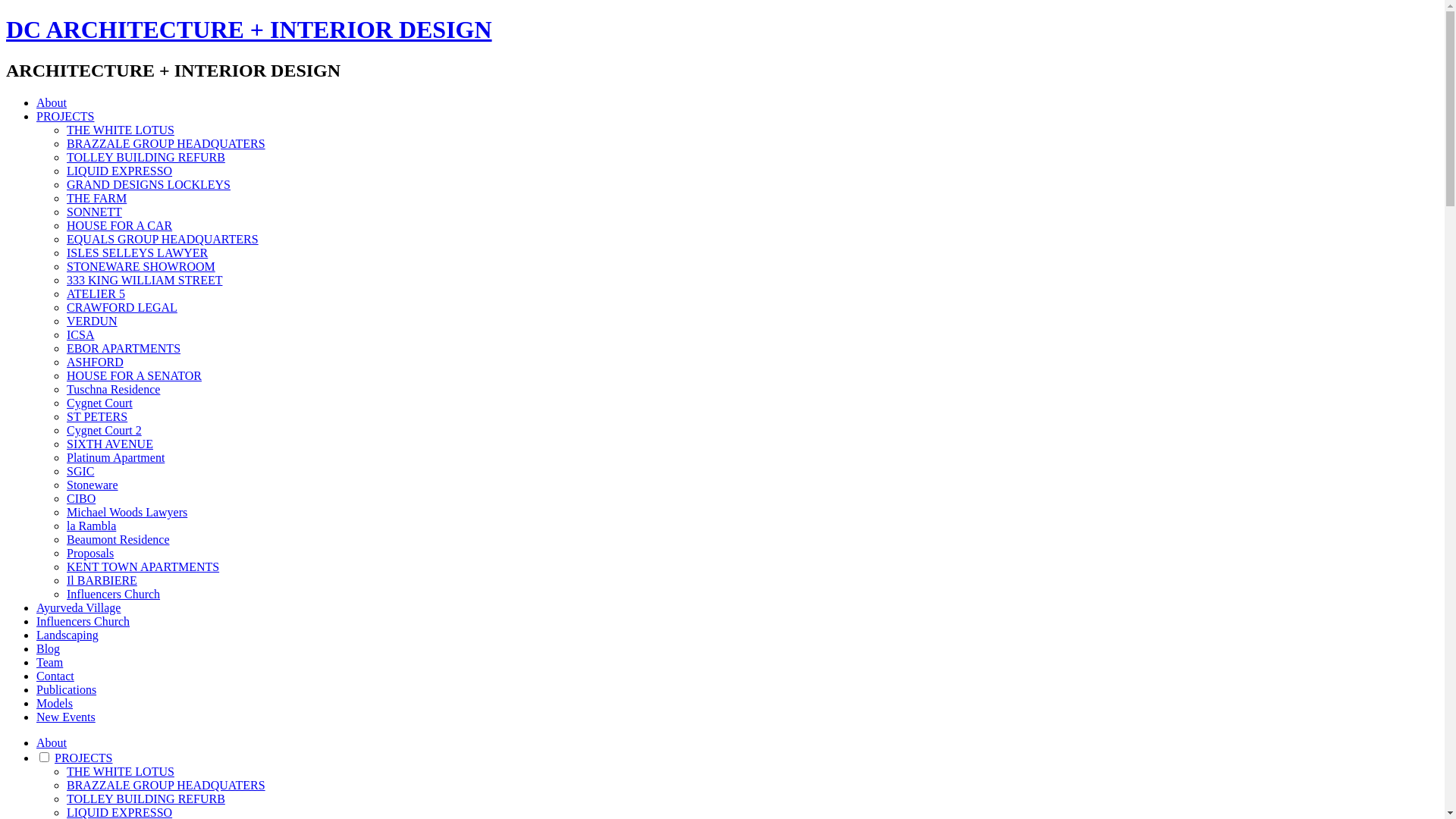  I want to click on 'Team', so click(49, 661).